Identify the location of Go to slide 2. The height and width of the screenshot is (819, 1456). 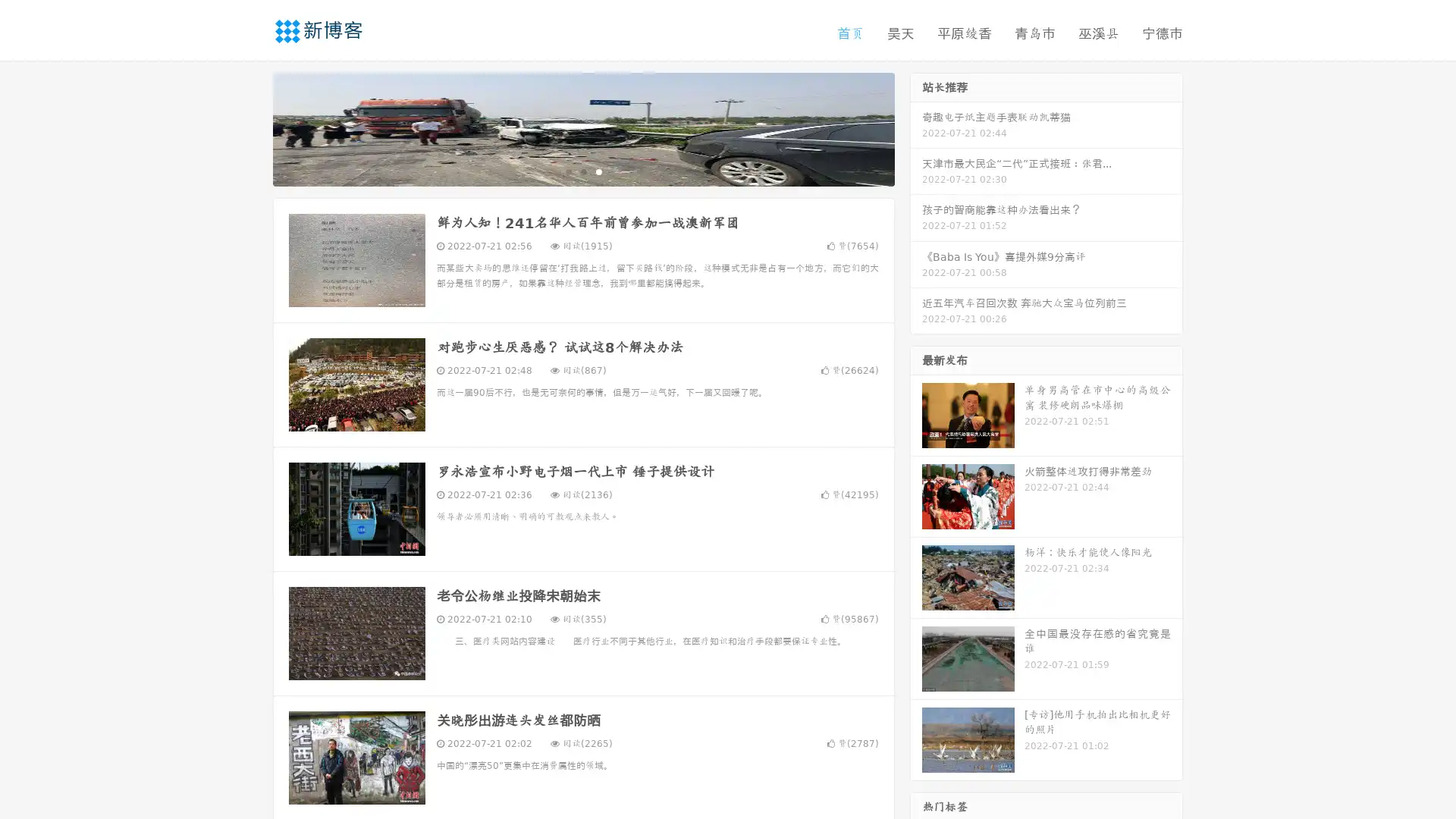
(582, 171).